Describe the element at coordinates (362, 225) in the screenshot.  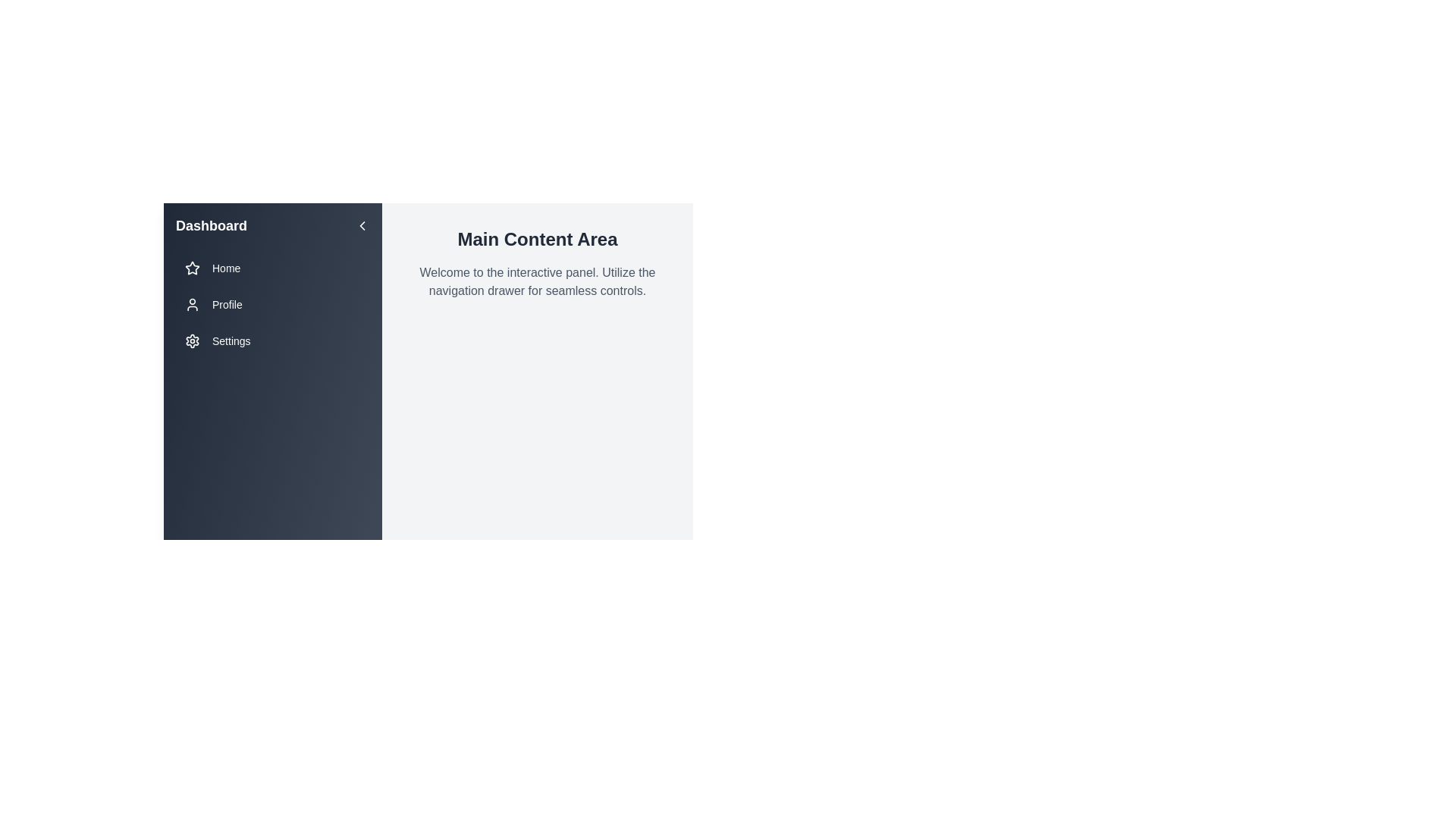
I see `the button with a left-facing chevron icon, styled as a white arrow against a dark background, located in the top-right corner of the sidebar` at that location.